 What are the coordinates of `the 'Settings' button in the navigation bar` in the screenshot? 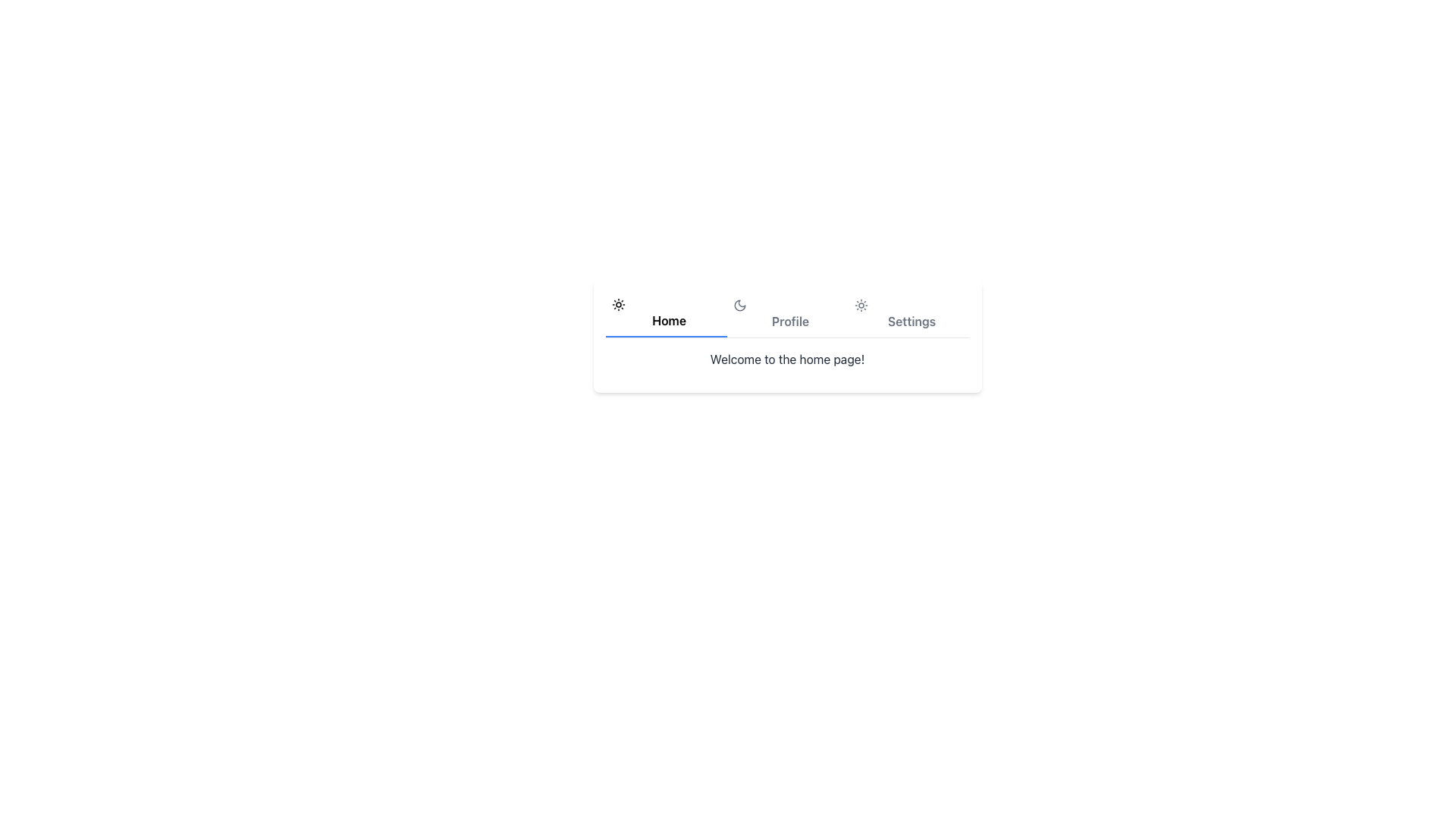 It's located at (908, 314).